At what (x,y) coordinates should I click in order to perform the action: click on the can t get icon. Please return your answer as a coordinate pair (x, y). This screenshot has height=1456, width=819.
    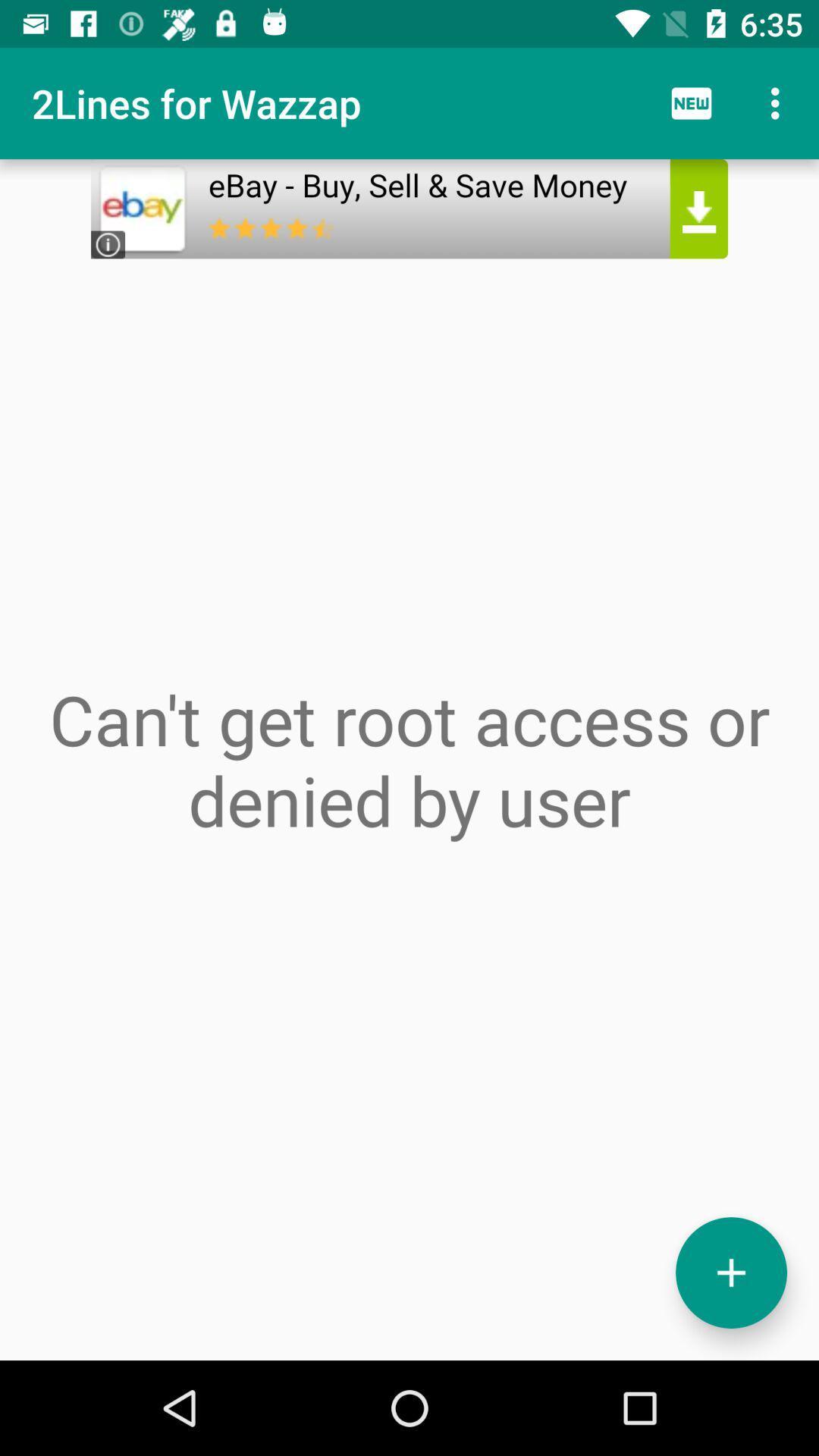
    Looking at the image, I should click on (409, 759).